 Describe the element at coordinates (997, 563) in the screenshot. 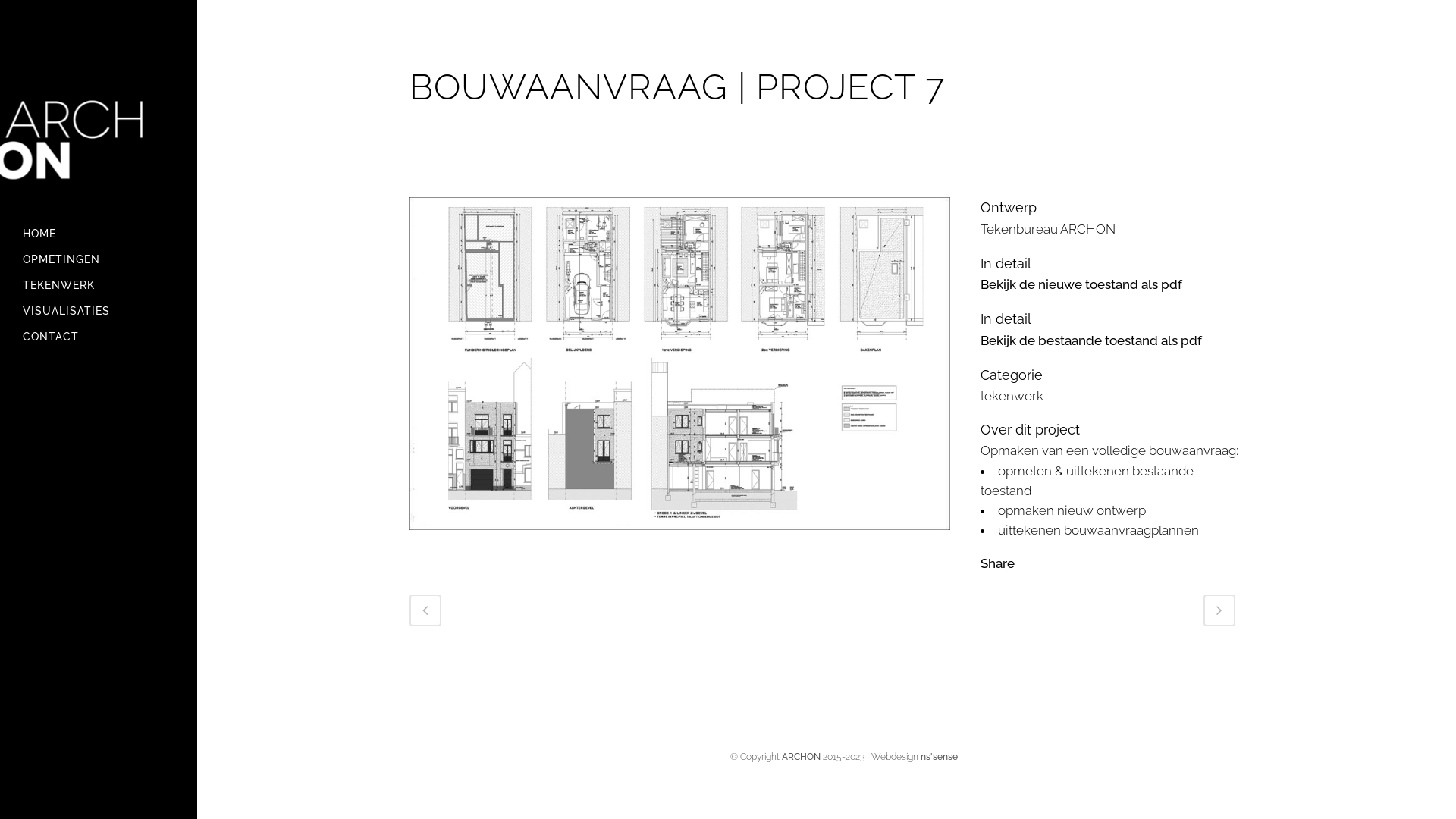

I see `'Share'` at that location.